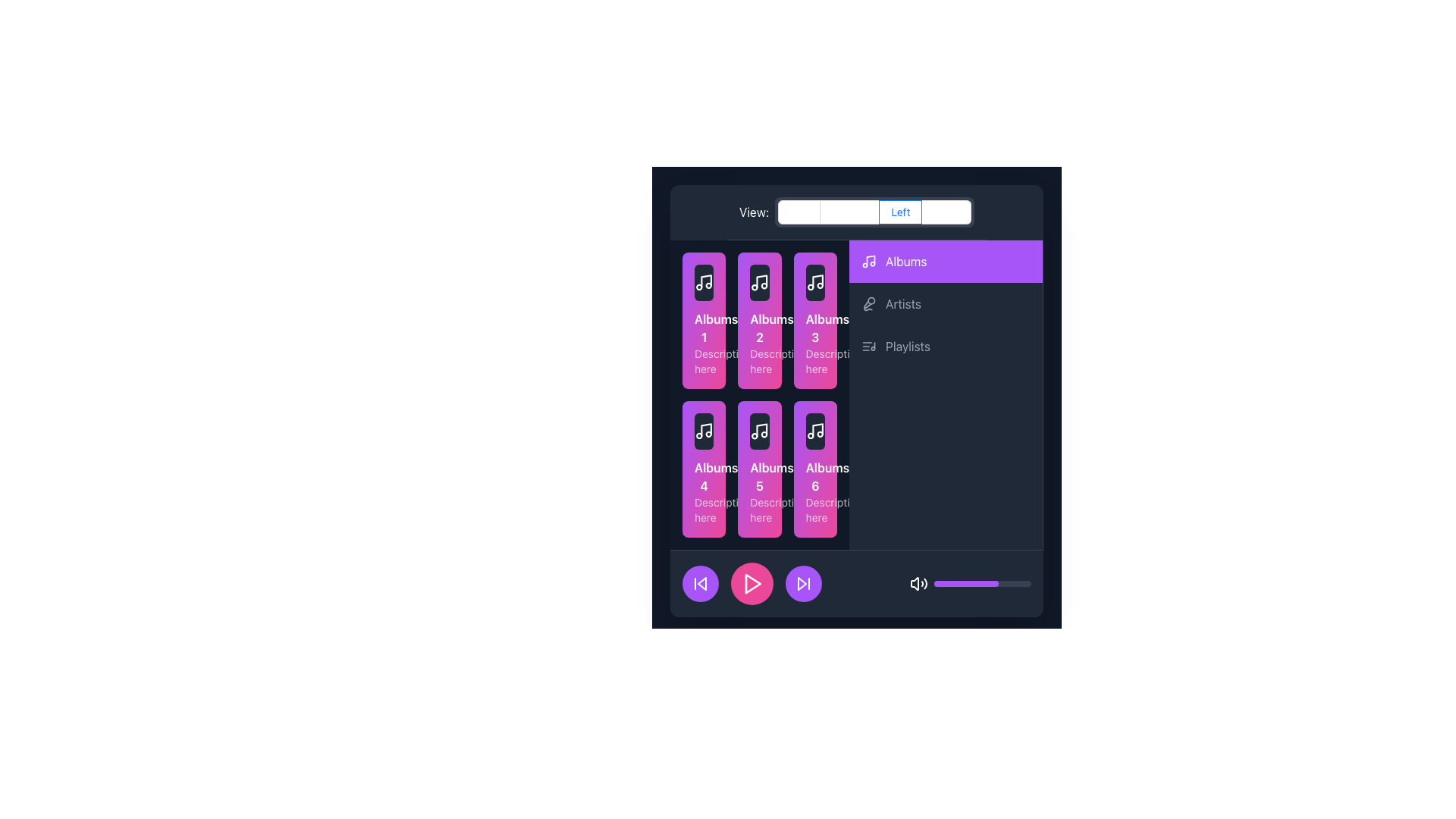 The image size is (1456, 819). I want to click on the progress bar for audio volume by dragging it to adjust the volume level, so click(983, 583).